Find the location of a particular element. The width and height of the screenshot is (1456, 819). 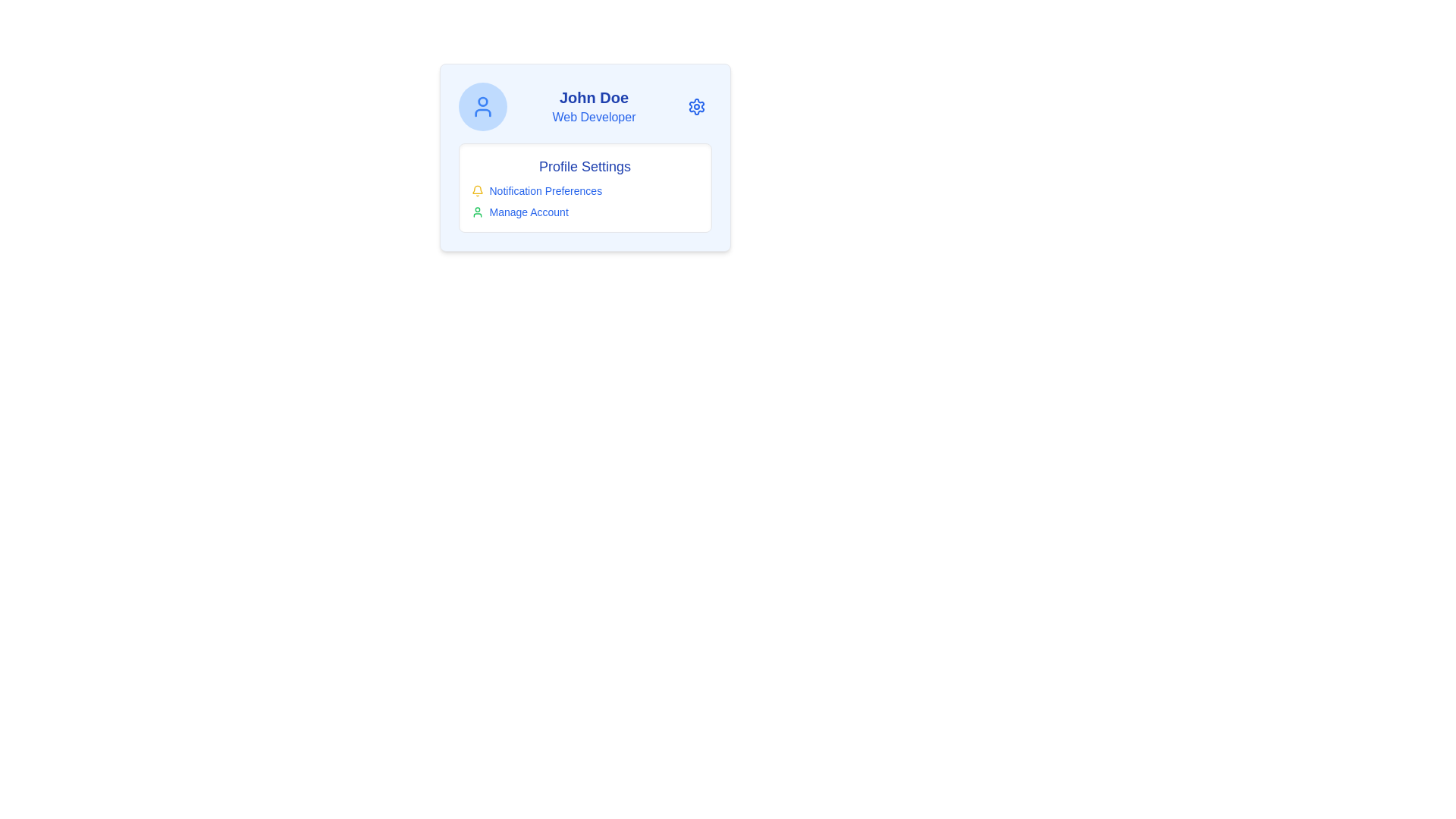

the circular avatar icon with a blue fill background and user silhouette located at the top-left corner of the user profile card is located at coordinates (482, 106).